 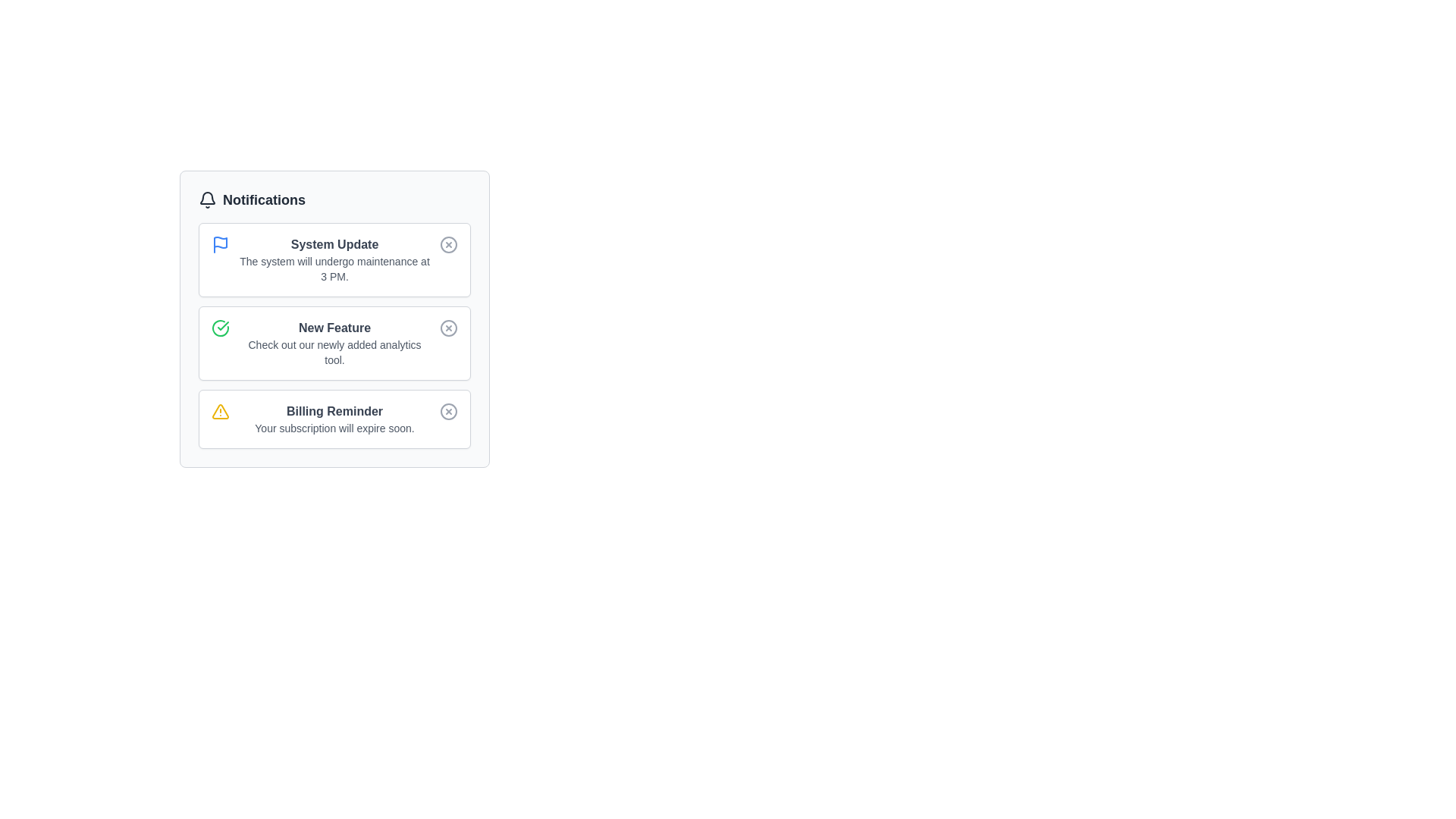 I want to click on the 'System Update' notification icon located at the top-left corner of the notification card, so click(x=220, y=244).